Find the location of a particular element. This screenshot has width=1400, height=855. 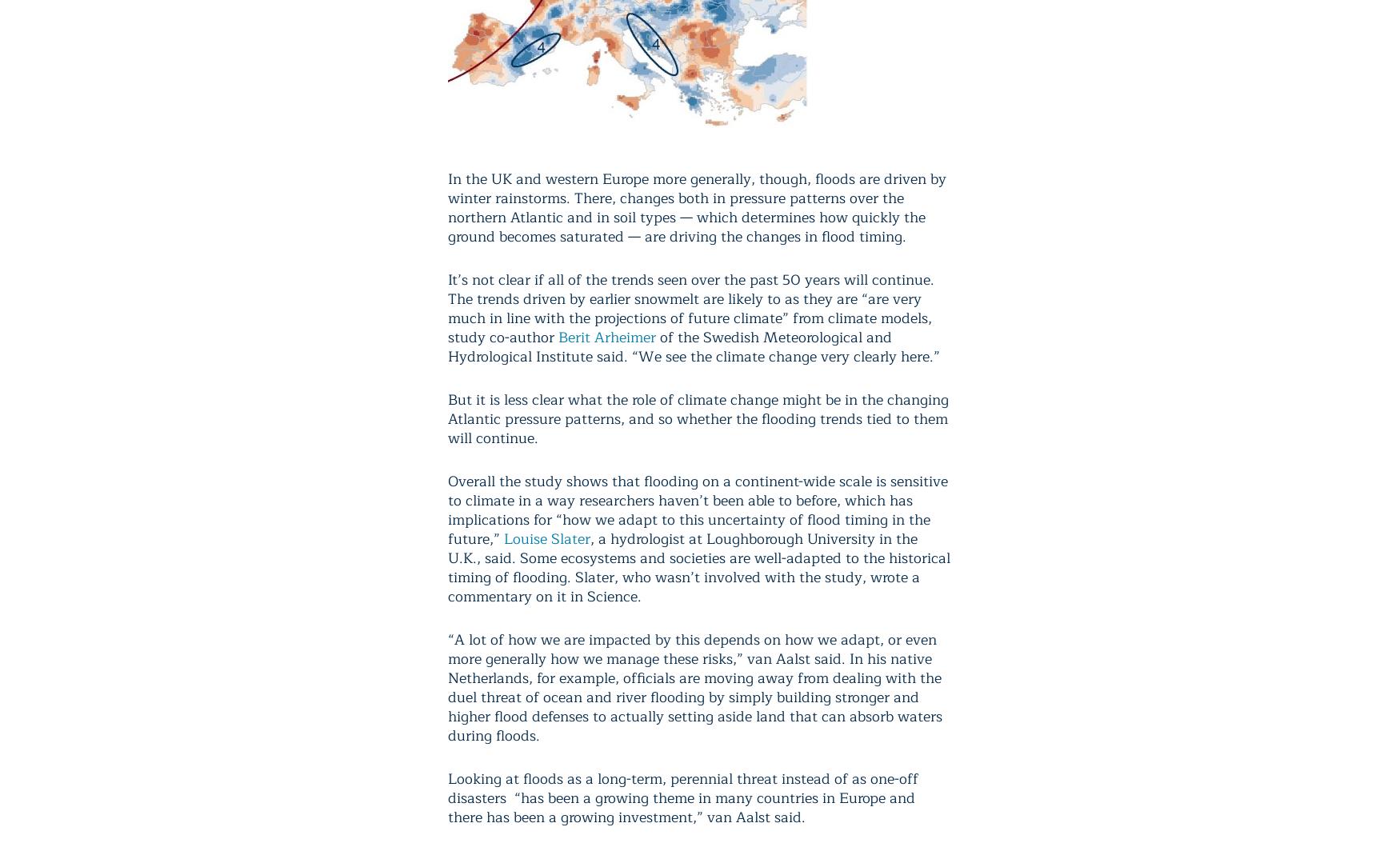

'It’s not clear if all of the trends seen over the past 50 years will continue. The trends driven by earlier snowmelt are likely to as they are “are very much in line with the projections of future climate” from climate models, study co-author' is located at coordinates (690, 307).